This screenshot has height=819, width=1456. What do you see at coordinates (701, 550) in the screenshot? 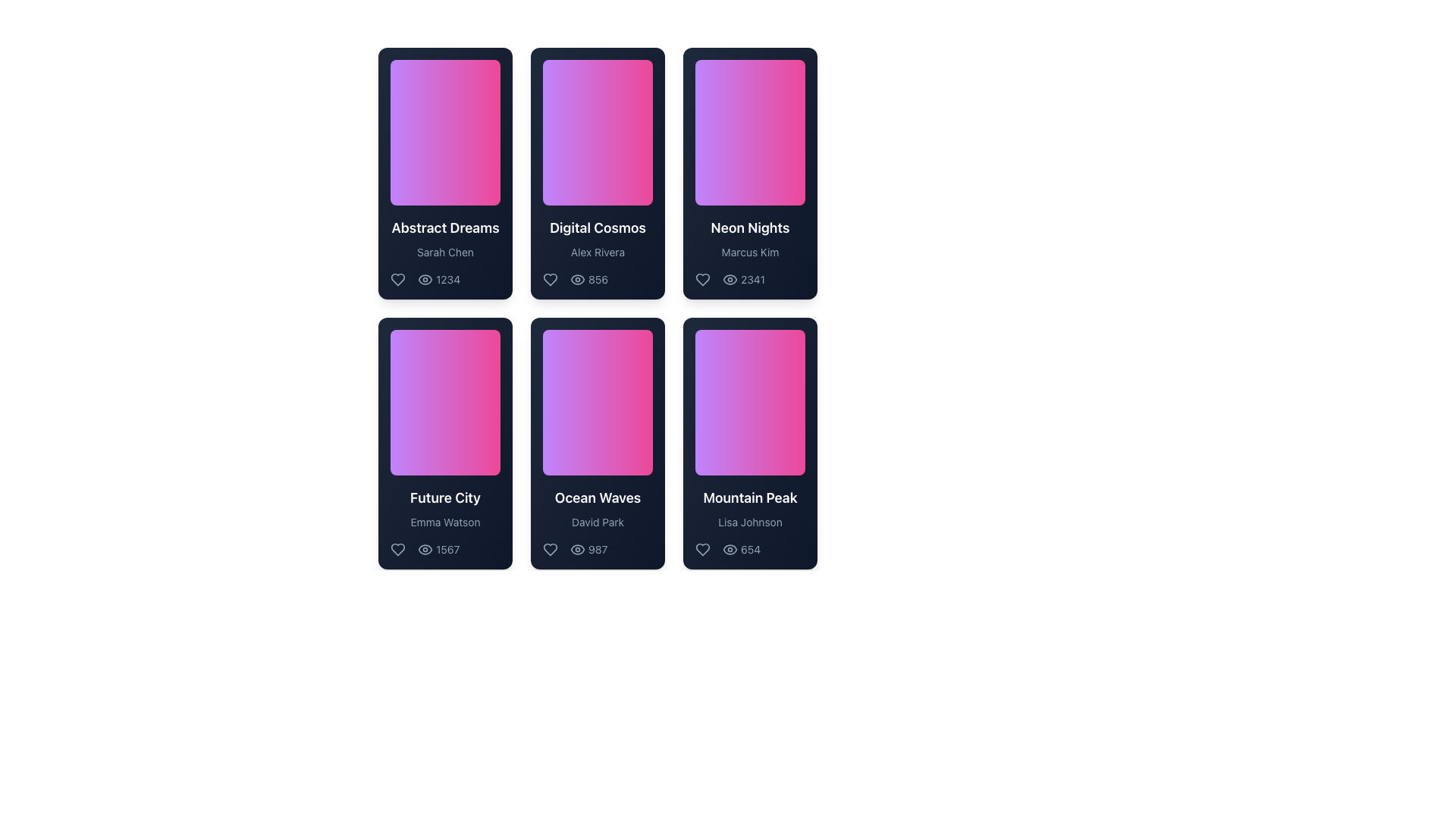
I see `the 'like' button` at bounding box center [701, 550].